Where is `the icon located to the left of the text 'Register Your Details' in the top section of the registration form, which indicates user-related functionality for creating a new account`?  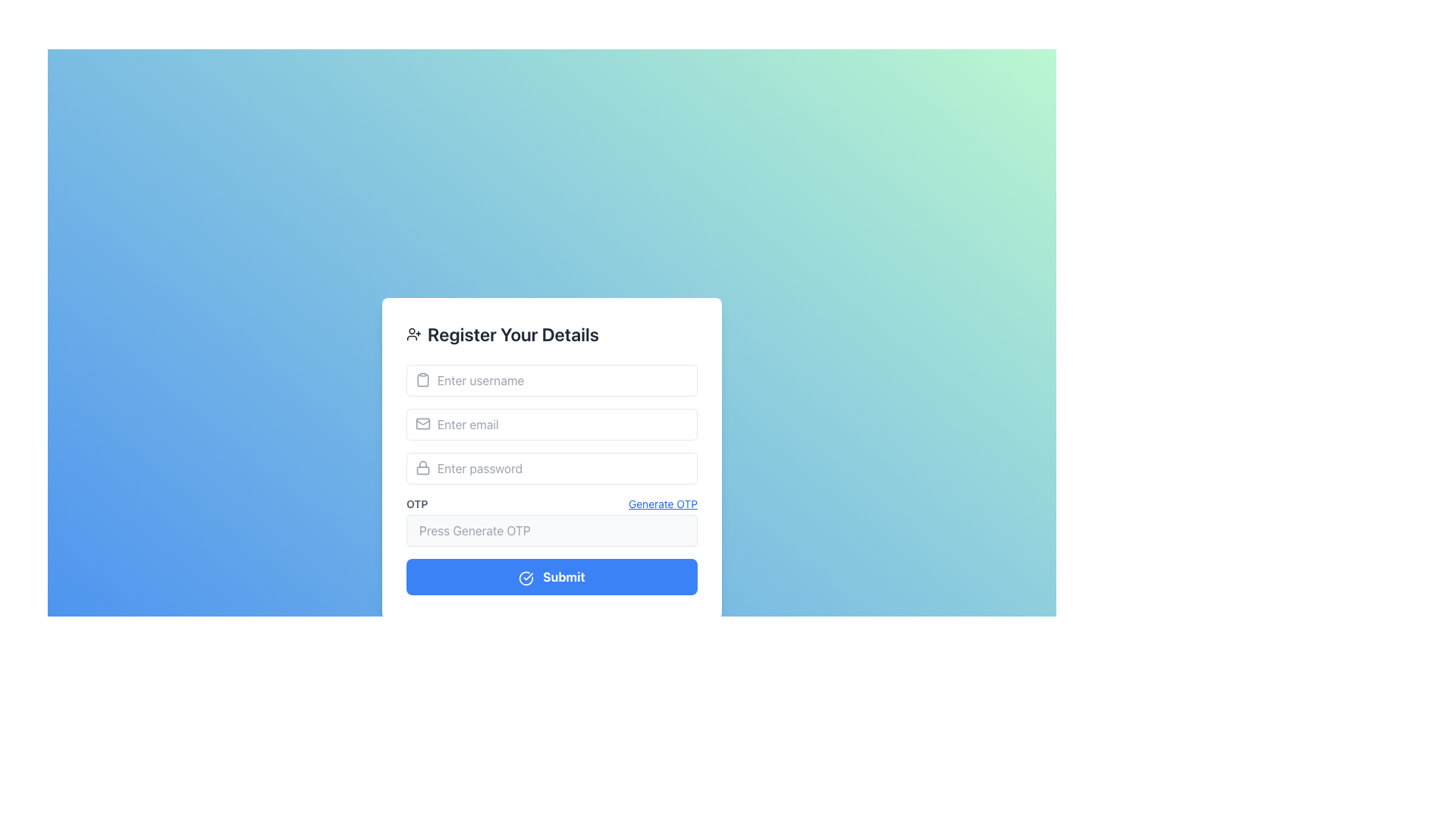 the icon located to the left of the text 'Register Your Details' in the top section of the registration form, which indicates user-related functionality for creating a new account is located at coordinates (414, 333).